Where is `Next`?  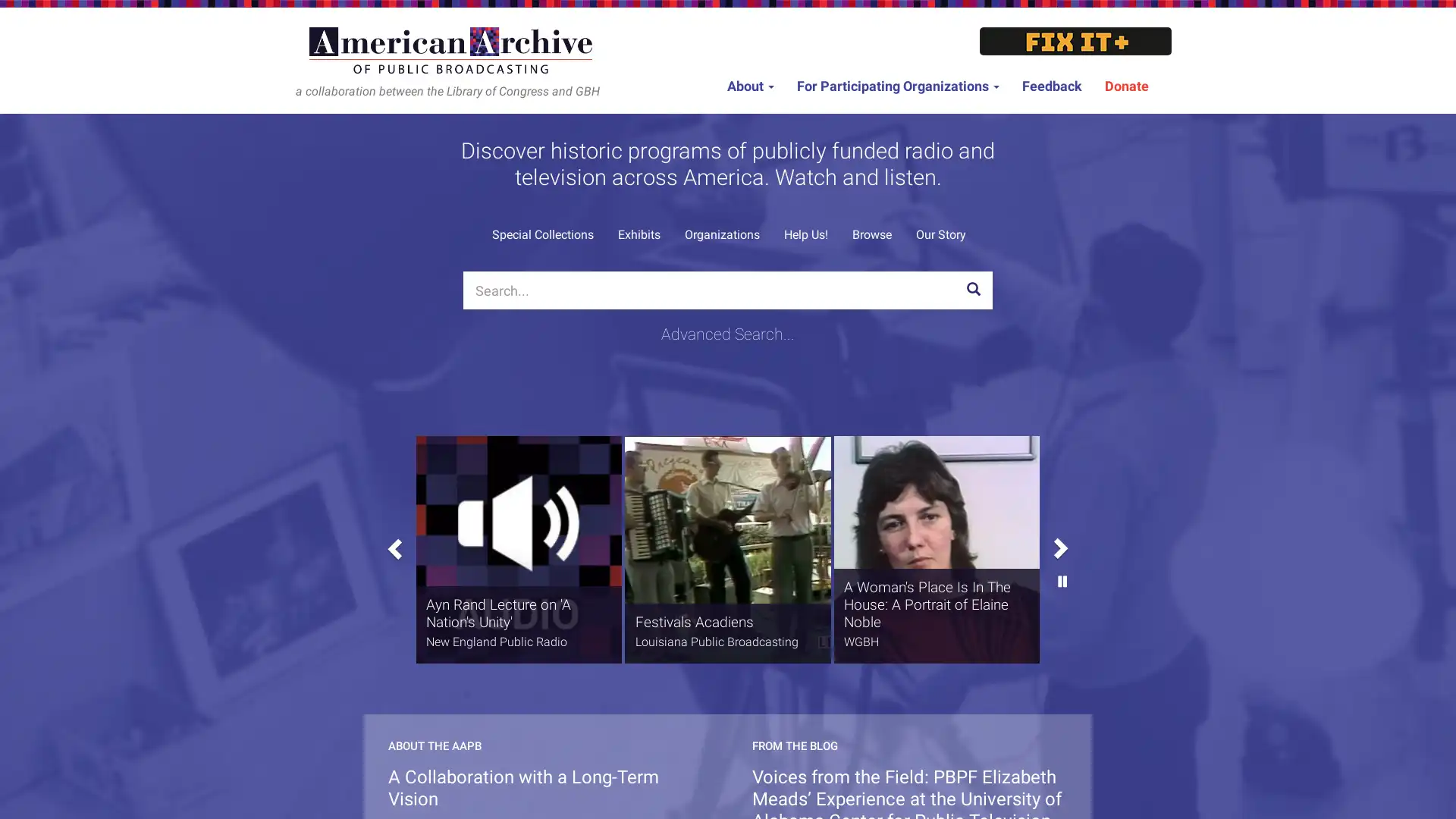
Next is located at coordinates (1062, 485).